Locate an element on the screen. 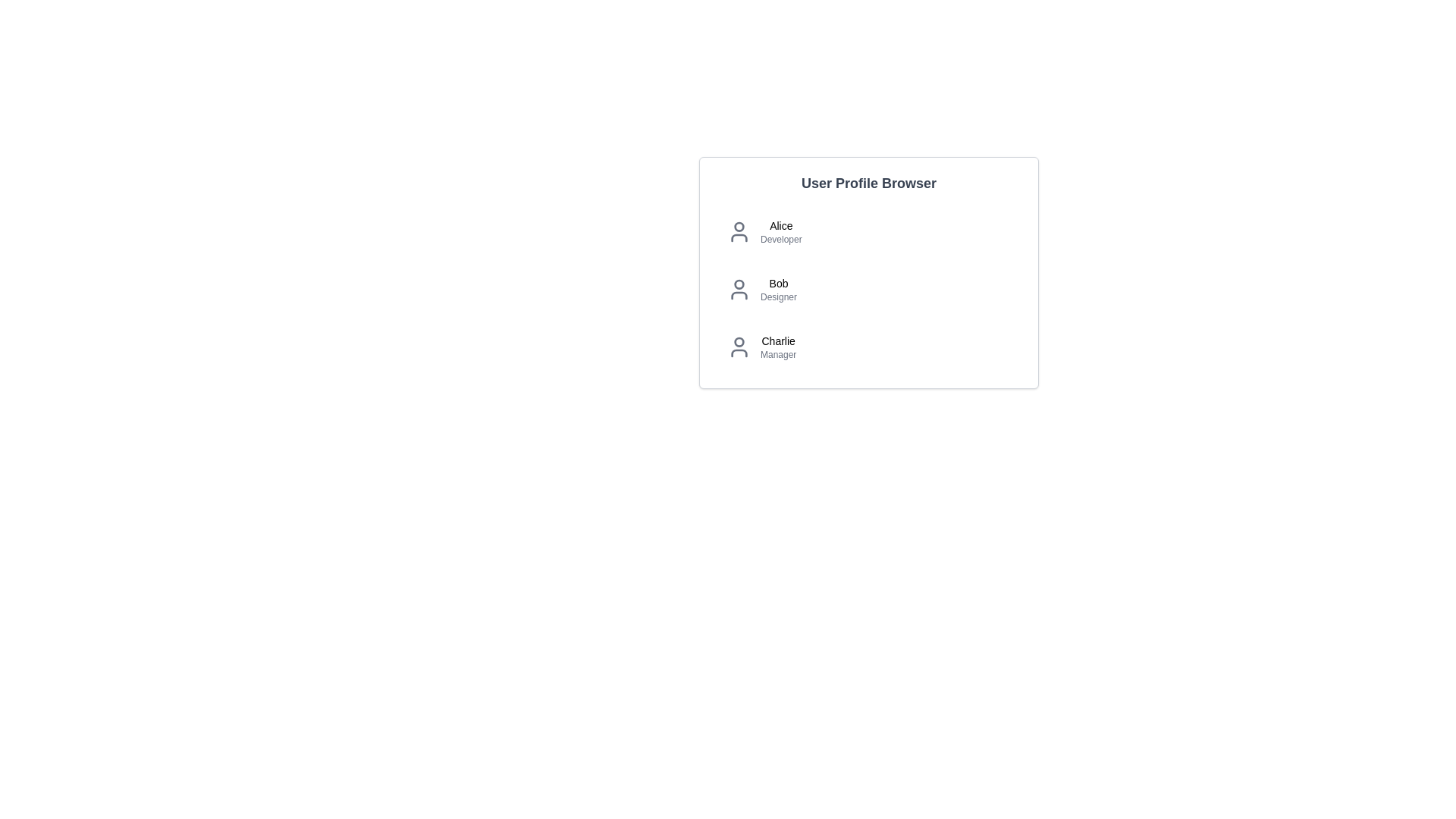 The width and height of the screenshot is (1456, 819). the lower curved stroke of the user icon which is part of the SVG structure representing the user icon next to 'Alice Developer' is located at coordinates (739, 237).